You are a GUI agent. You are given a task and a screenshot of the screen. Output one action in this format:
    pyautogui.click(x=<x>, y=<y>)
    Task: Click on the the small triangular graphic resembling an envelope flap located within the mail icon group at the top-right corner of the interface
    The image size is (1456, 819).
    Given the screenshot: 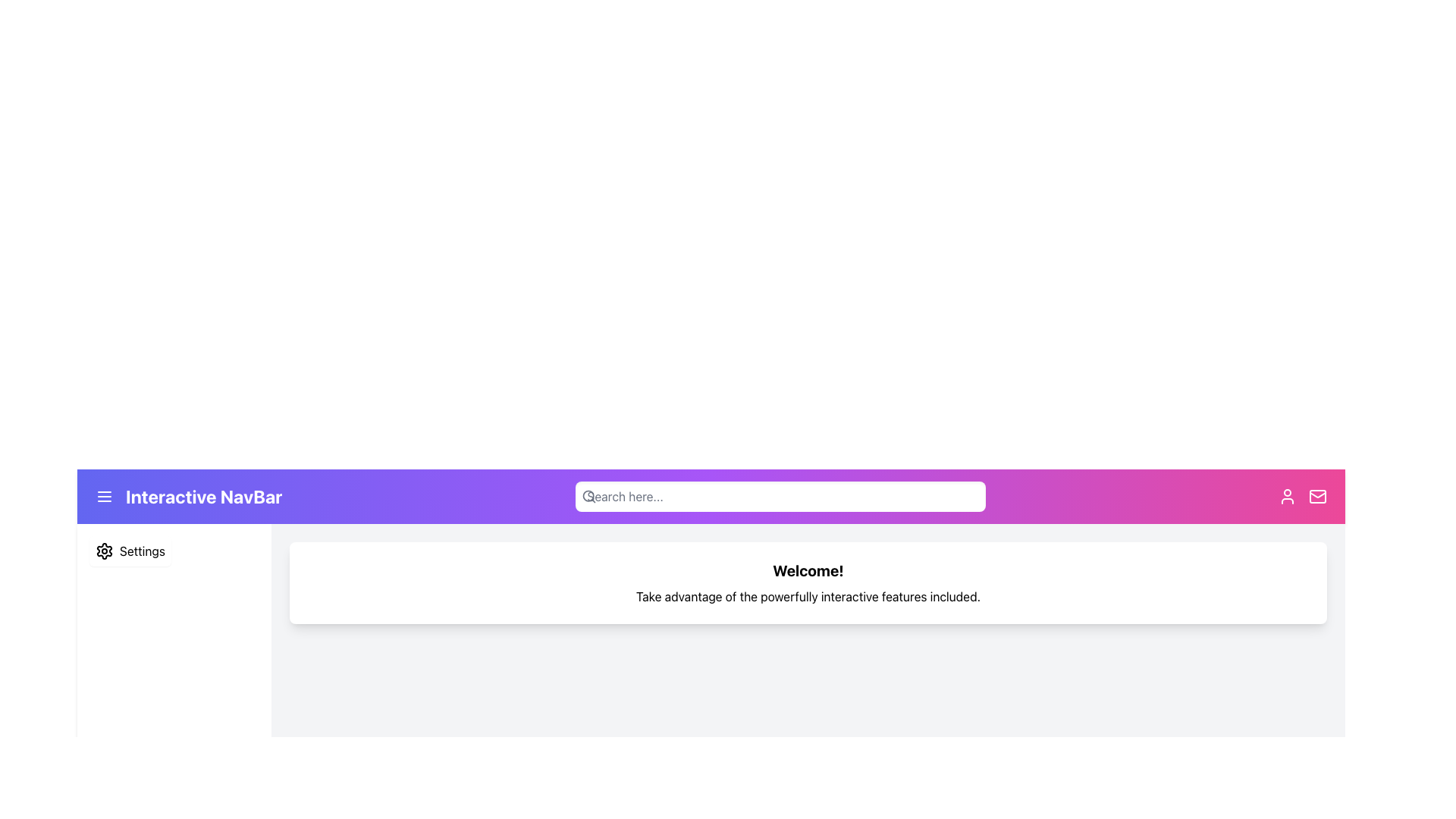 What is the action you would take?
    pyautogui.click(x=1316, y=494)
    